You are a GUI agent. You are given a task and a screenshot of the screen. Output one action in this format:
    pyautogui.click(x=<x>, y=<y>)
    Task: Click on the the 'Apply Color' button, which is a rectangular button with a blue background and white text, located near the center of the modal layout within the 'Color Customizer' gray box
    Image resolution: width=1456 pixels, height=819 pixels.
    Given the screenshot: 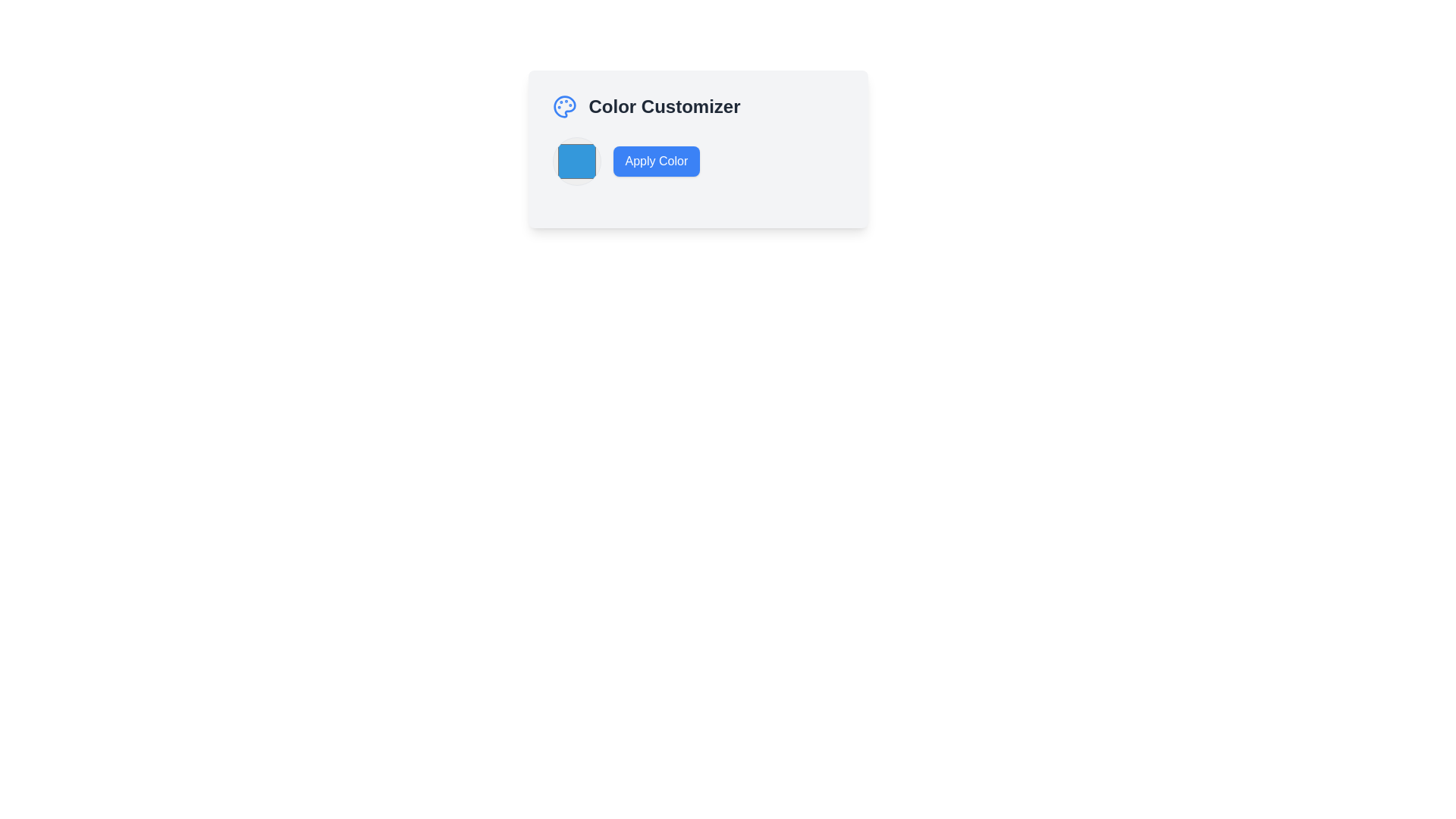 What is the action you would take?
    pyautogui.click(x=697, y=149)
    